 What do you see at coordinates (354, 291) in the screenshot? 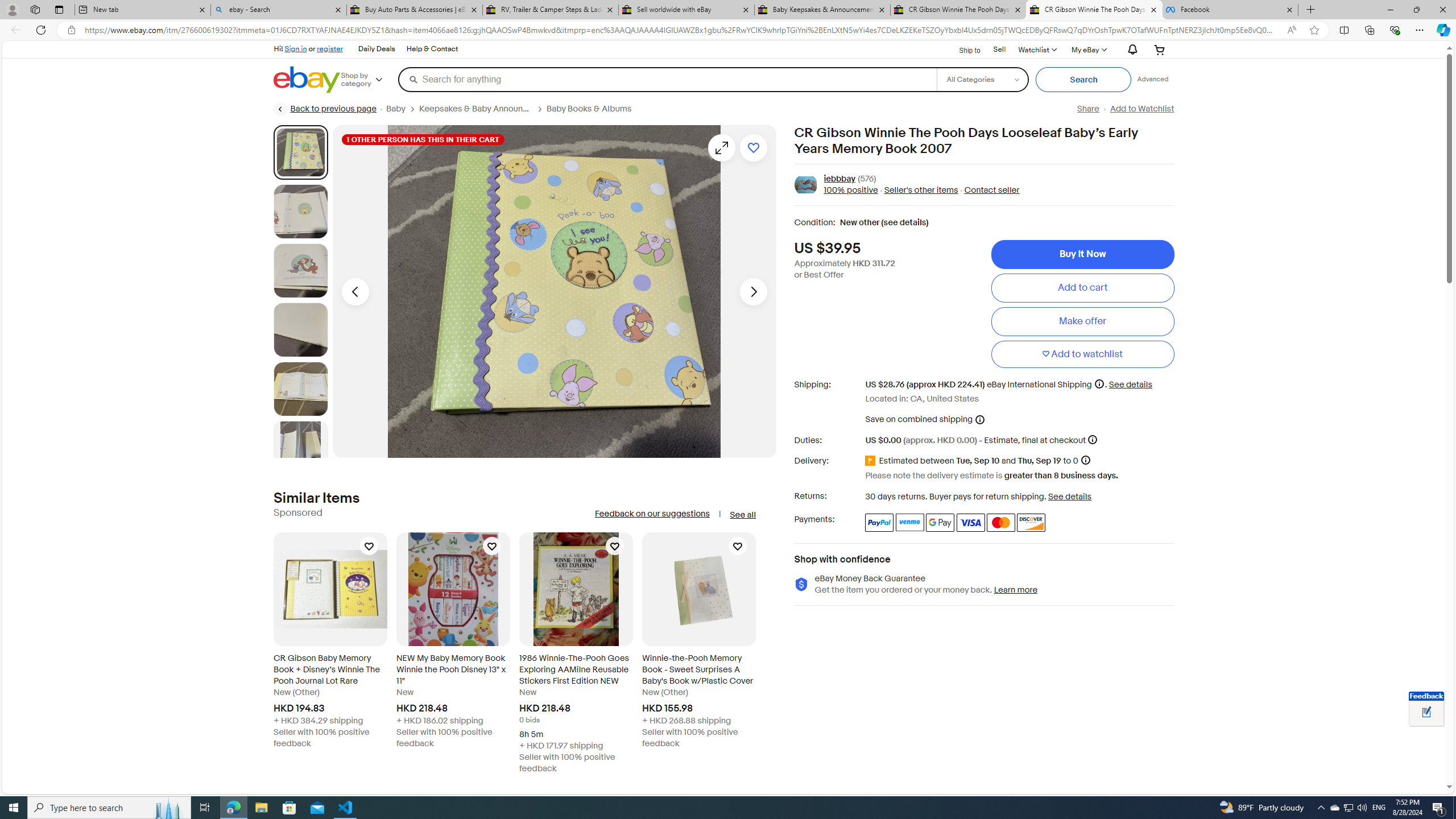
I see `'Previous image - Item images thumbnails'` at bounding box center [354, 291].